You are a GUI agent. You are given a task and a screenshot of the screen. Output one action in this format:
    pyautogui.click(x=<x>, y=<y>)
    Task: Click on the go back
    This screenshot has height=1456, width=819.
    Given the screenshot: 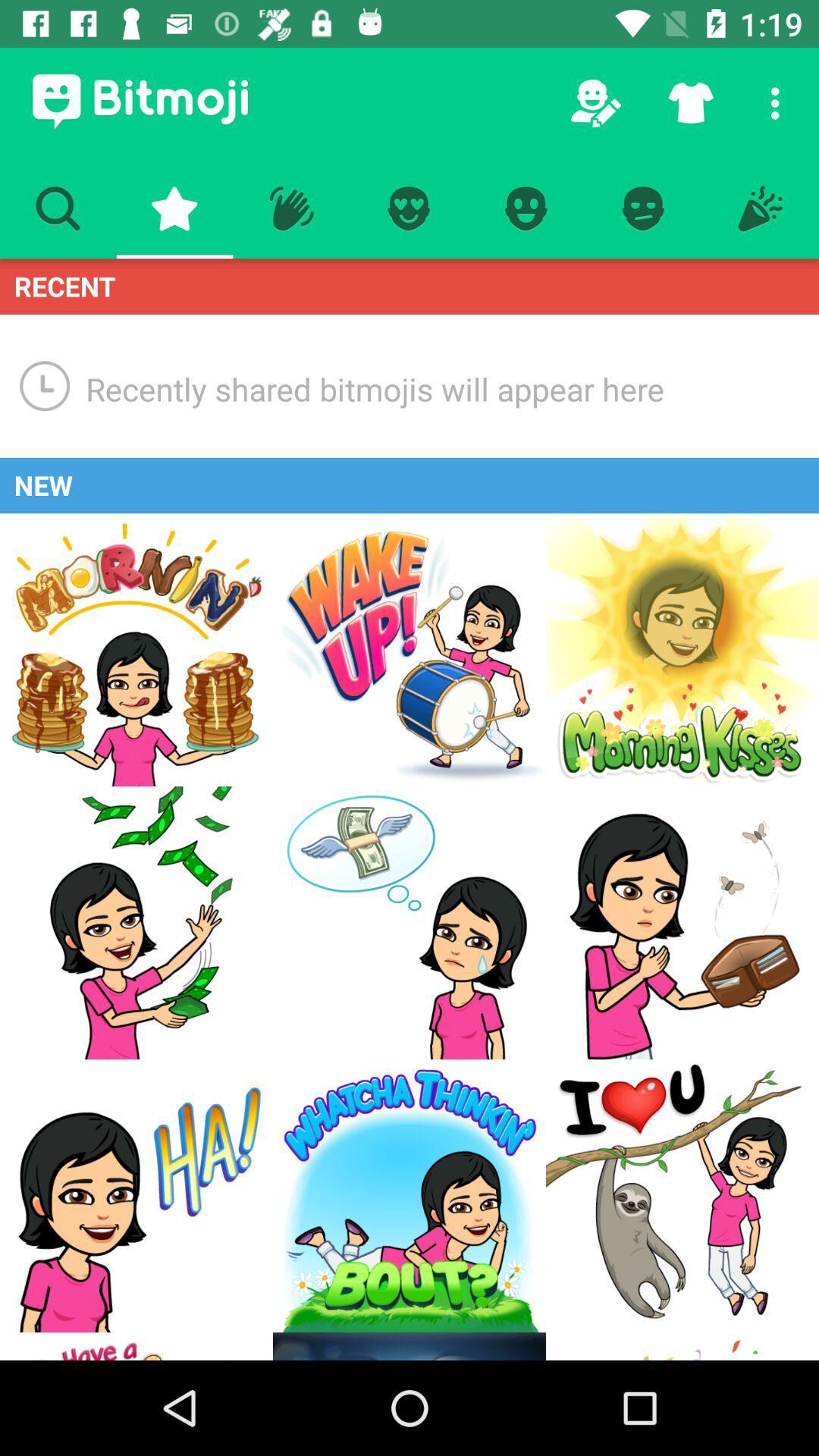 What is the action you would take?
    pyautogui.click(x=136, y=1346)
    